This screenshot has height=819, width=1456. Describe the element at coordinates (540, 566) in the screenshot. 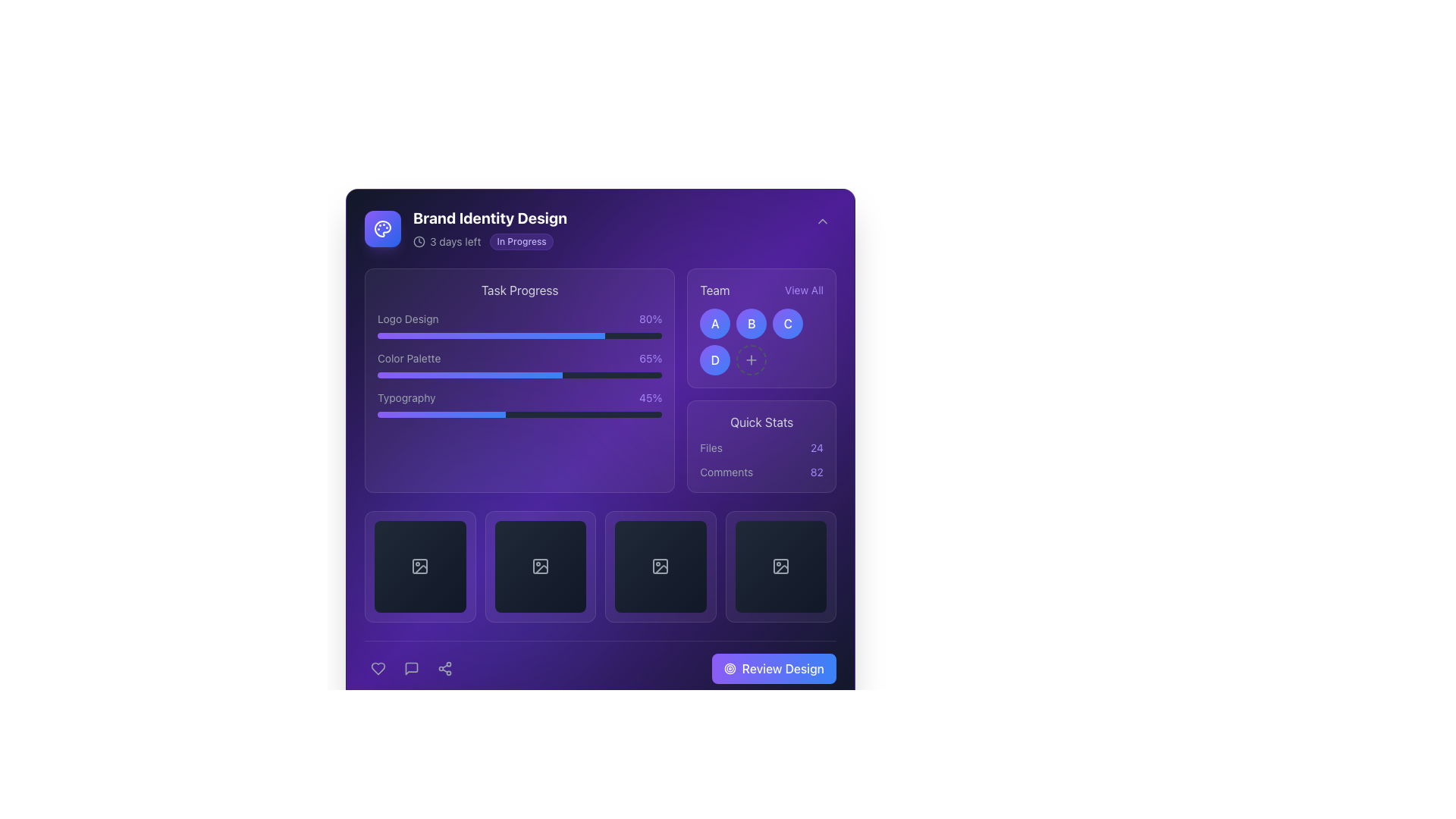

I see `the Image icon, which is the second element in a horizontal row of similar icons` at that location.